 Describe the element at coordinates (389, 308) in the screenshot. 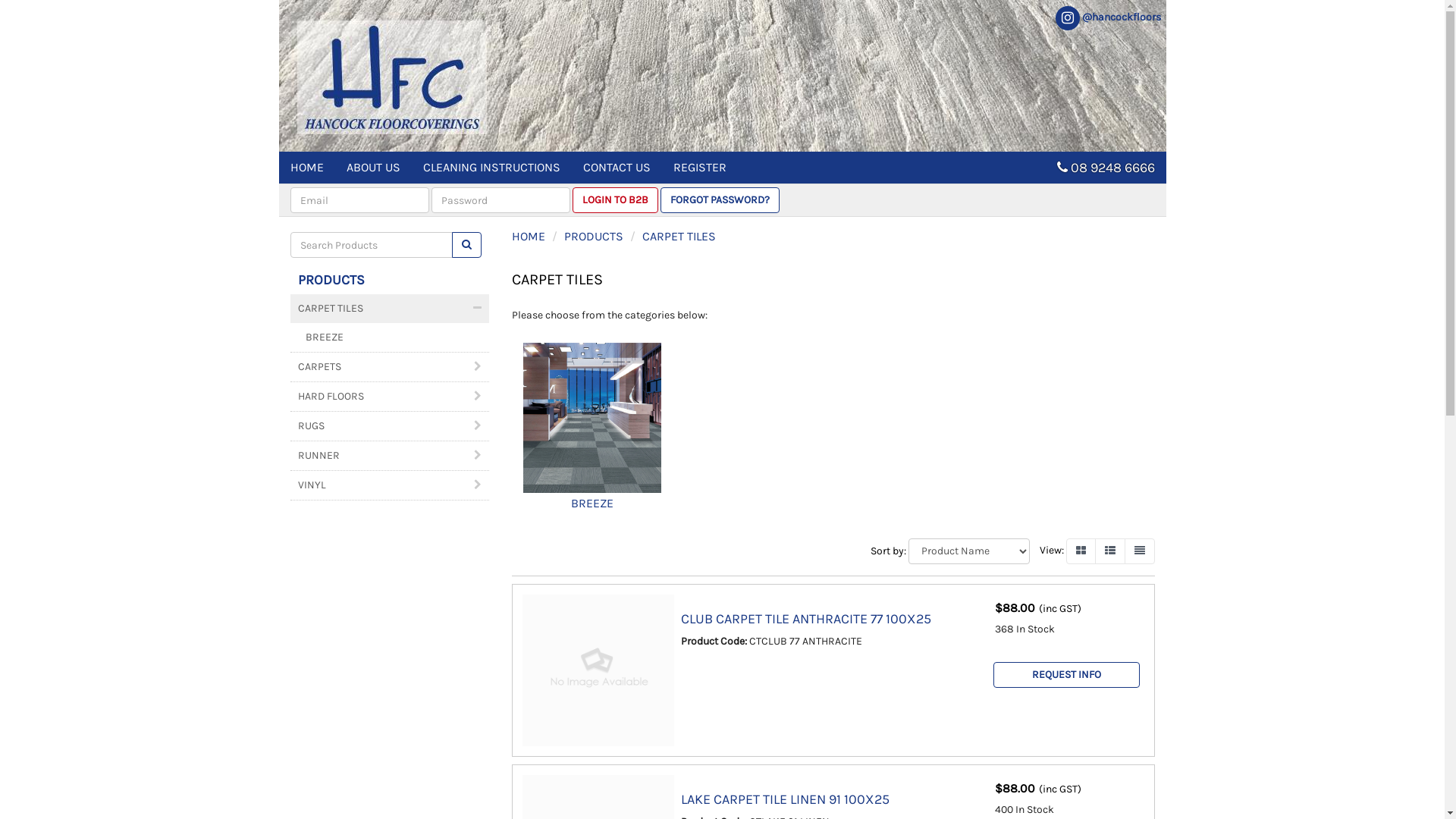

I see `'CARPET TILES'` at that location.